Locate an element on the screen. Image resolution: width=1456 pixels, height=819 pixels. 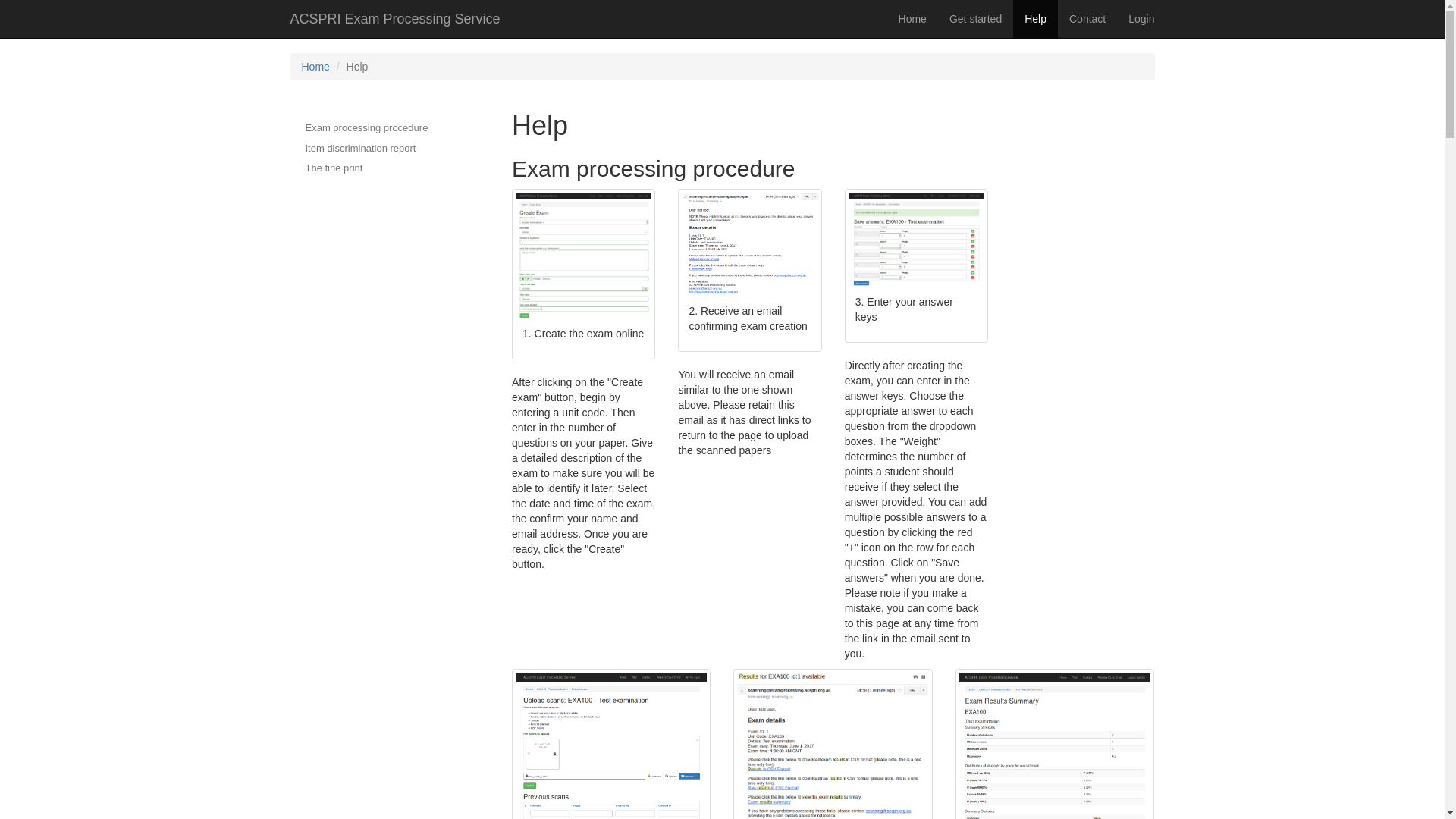
'Home' is located at coordinates (912, 18).